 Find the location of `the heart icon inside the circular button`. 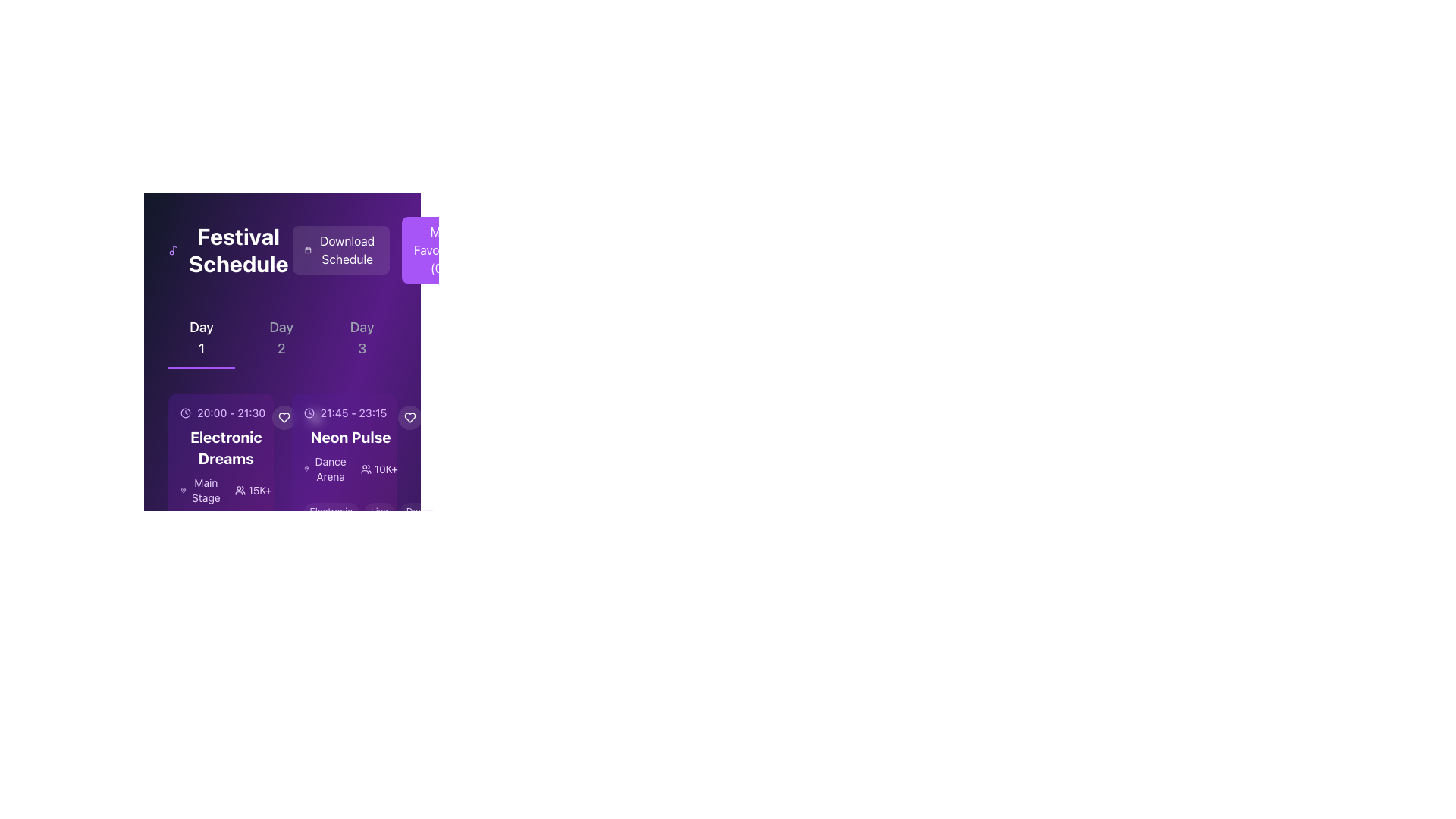

the heart icon inside the circular button is located at coordinates (284, 418).